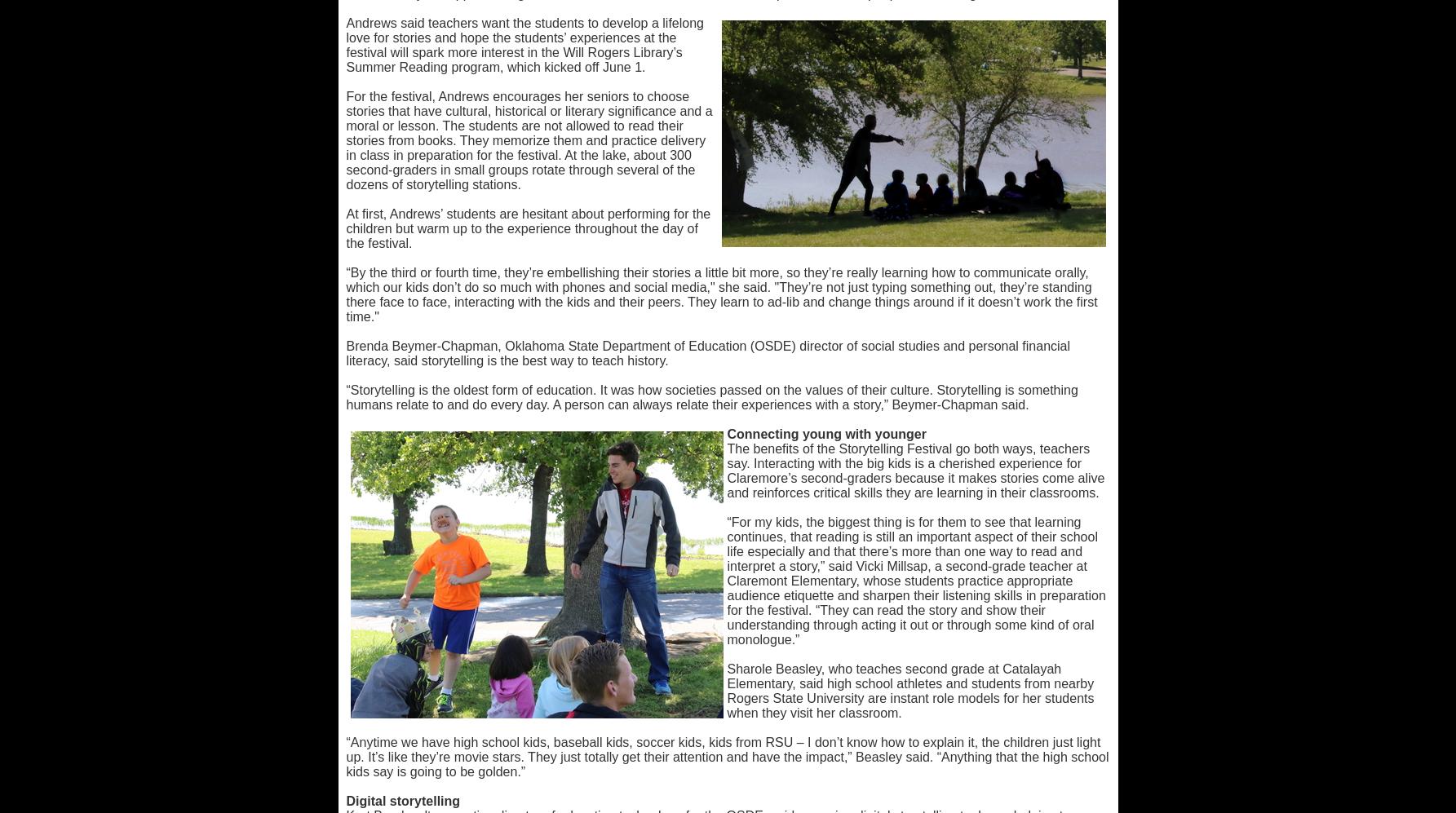 The height and width of the screenshot is (813, 1456). Describe the element at coordinates (478, 85) in the screenshot. I see `'Title Services'` at that location.